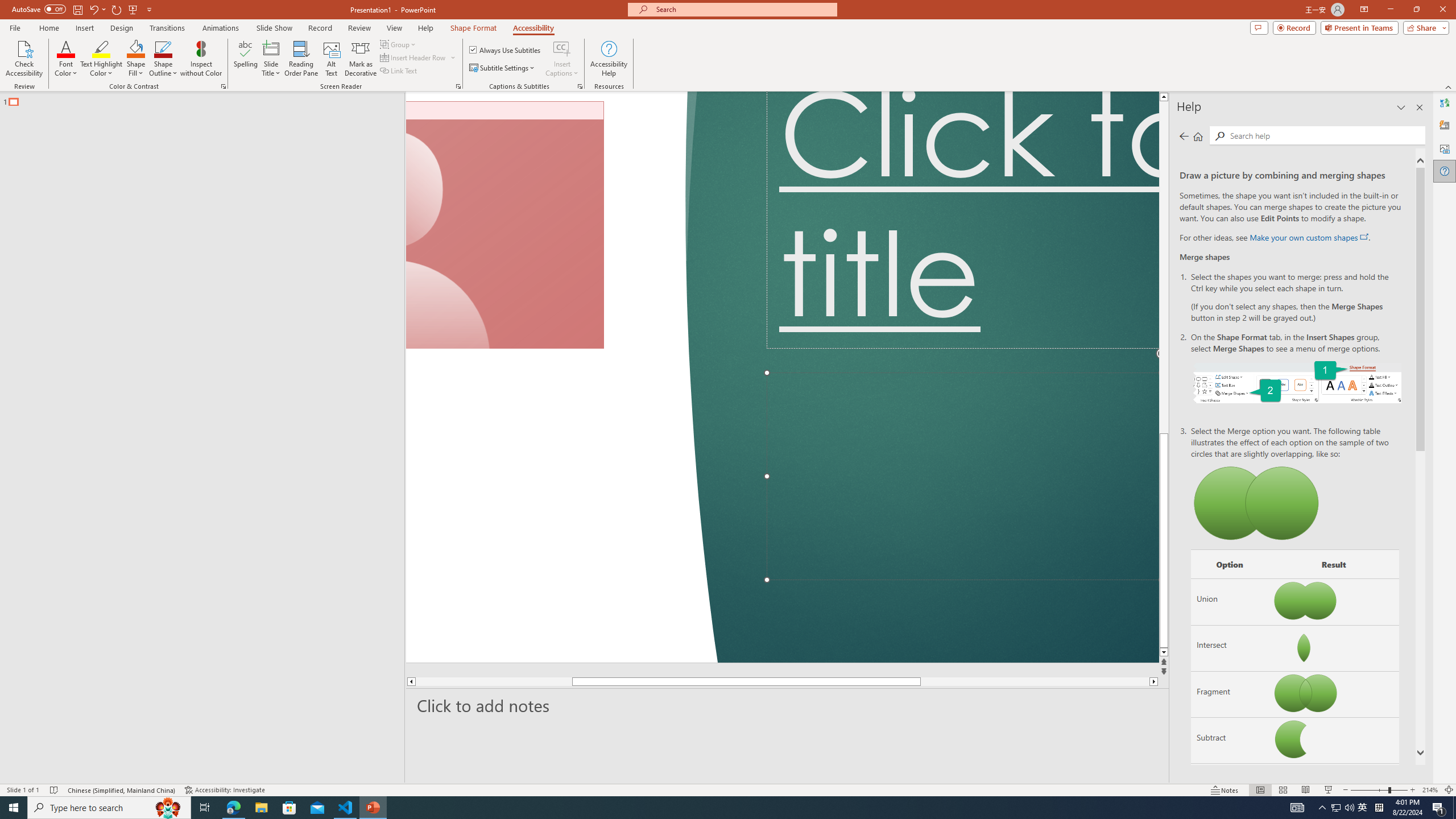 The width and height of the screenshot is (1456, 819). What do you see at coordinates (580, 85) in the screenshot?
I see `'Captions & Subtitles'` at bounding box center [580, 85].